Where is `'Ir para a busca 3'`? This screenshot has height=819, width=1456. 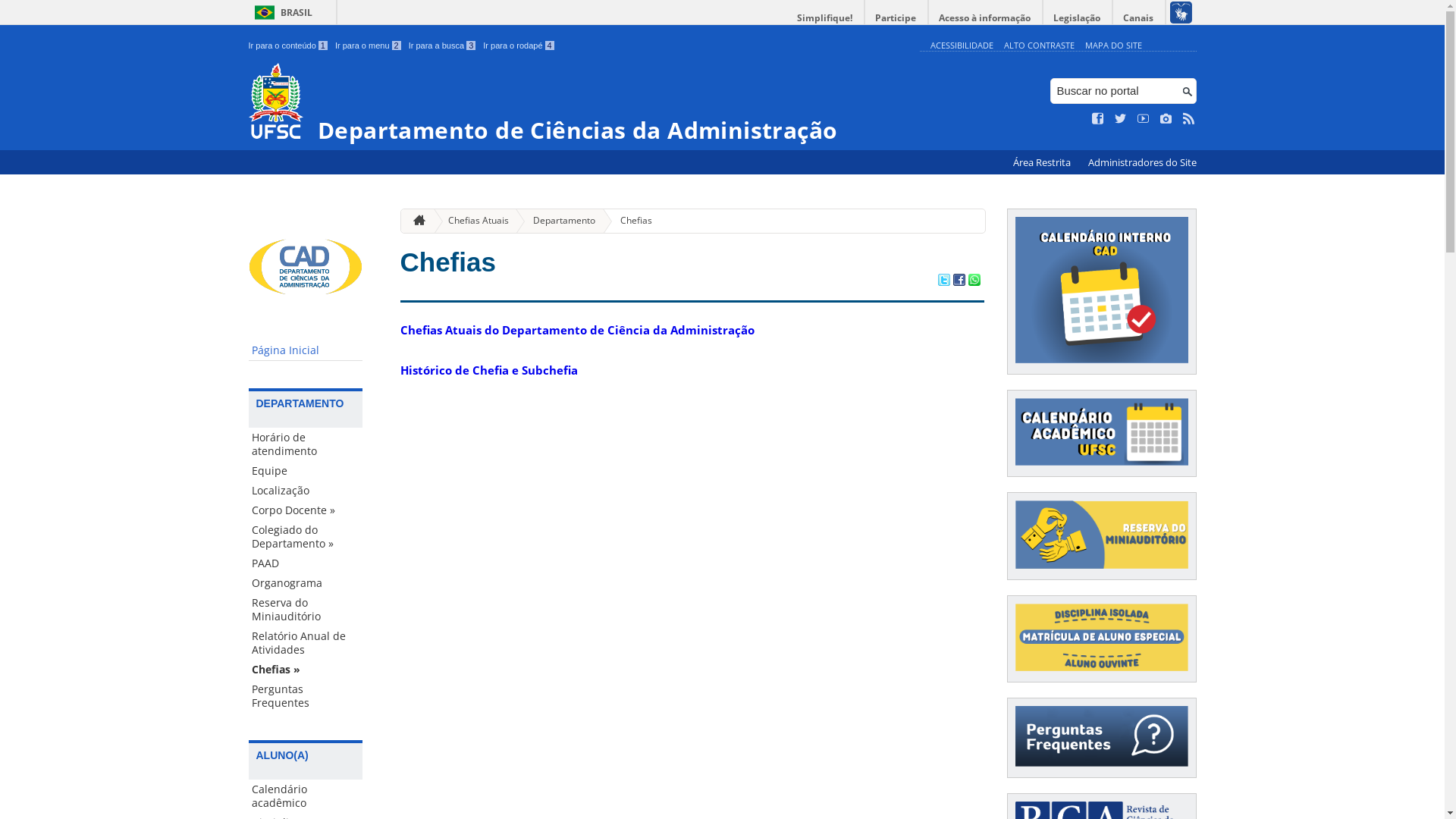 'Ir para a busca 3' is located at coordinates (408, 45).